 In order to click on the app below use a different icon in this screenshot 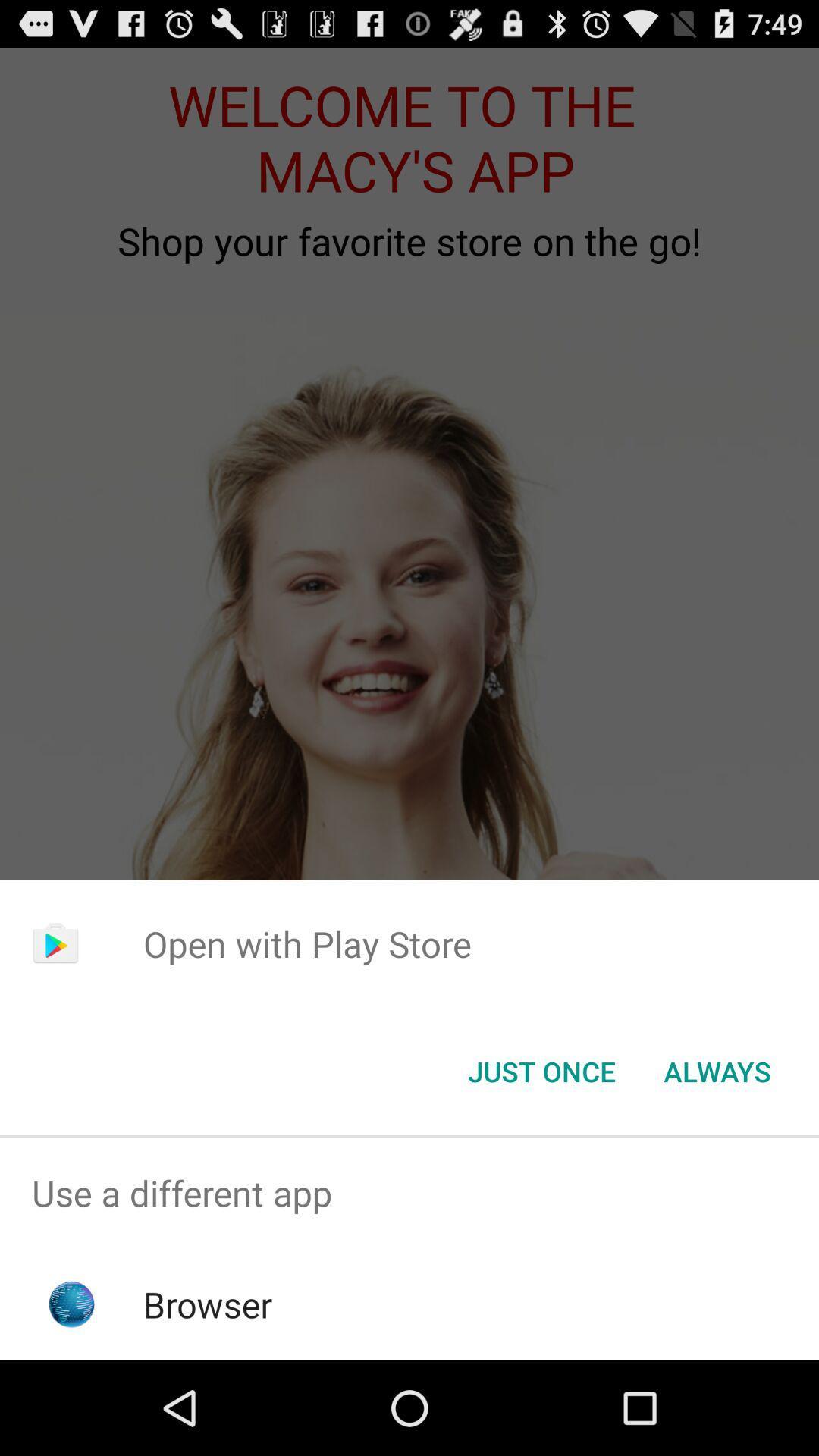, I will do `click(208, 1304)`.